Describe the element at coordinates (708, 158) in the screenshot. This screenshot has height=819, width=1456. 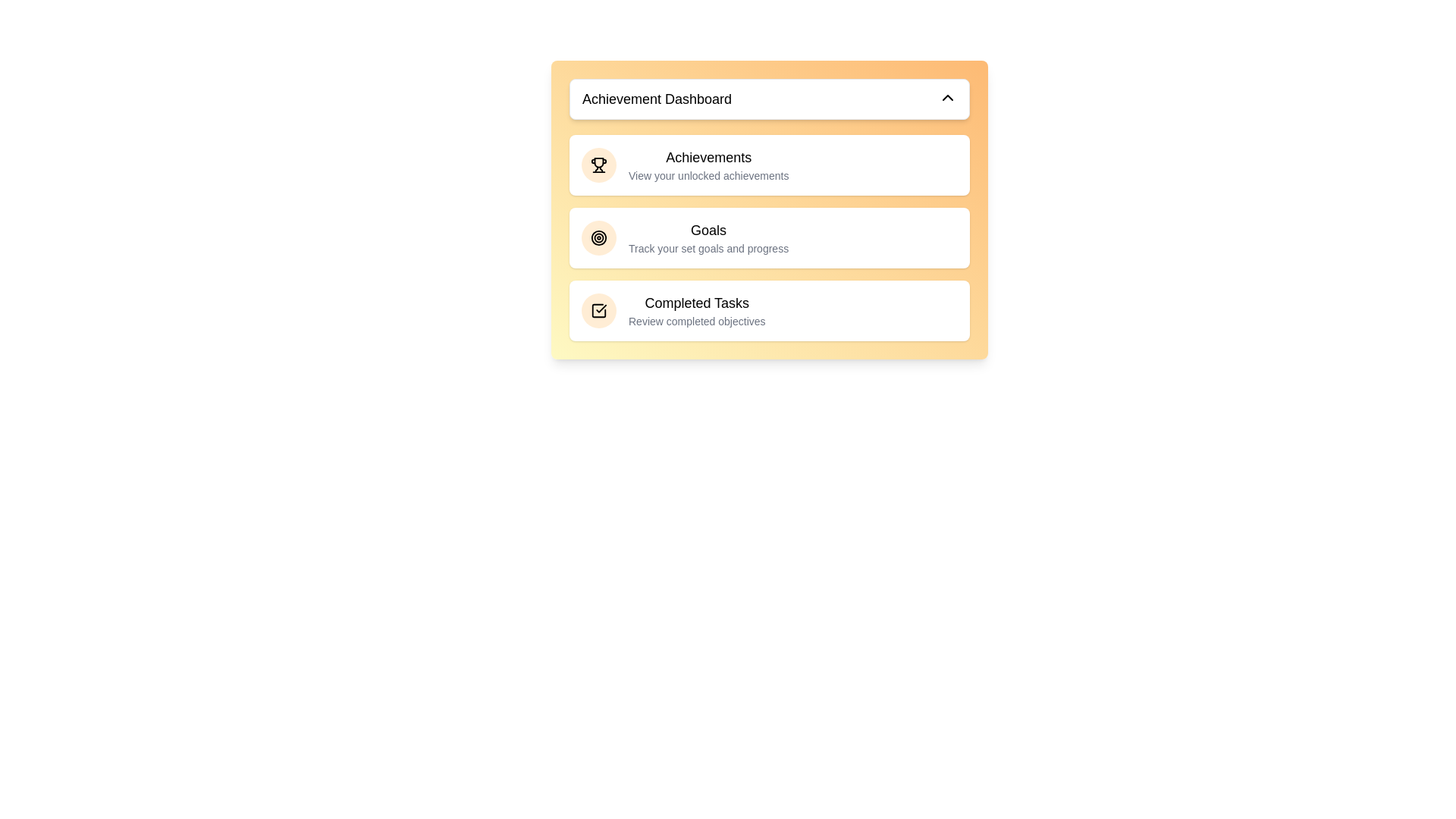
I see `the text 'Achievements' within the AchievementMenu` at that location.